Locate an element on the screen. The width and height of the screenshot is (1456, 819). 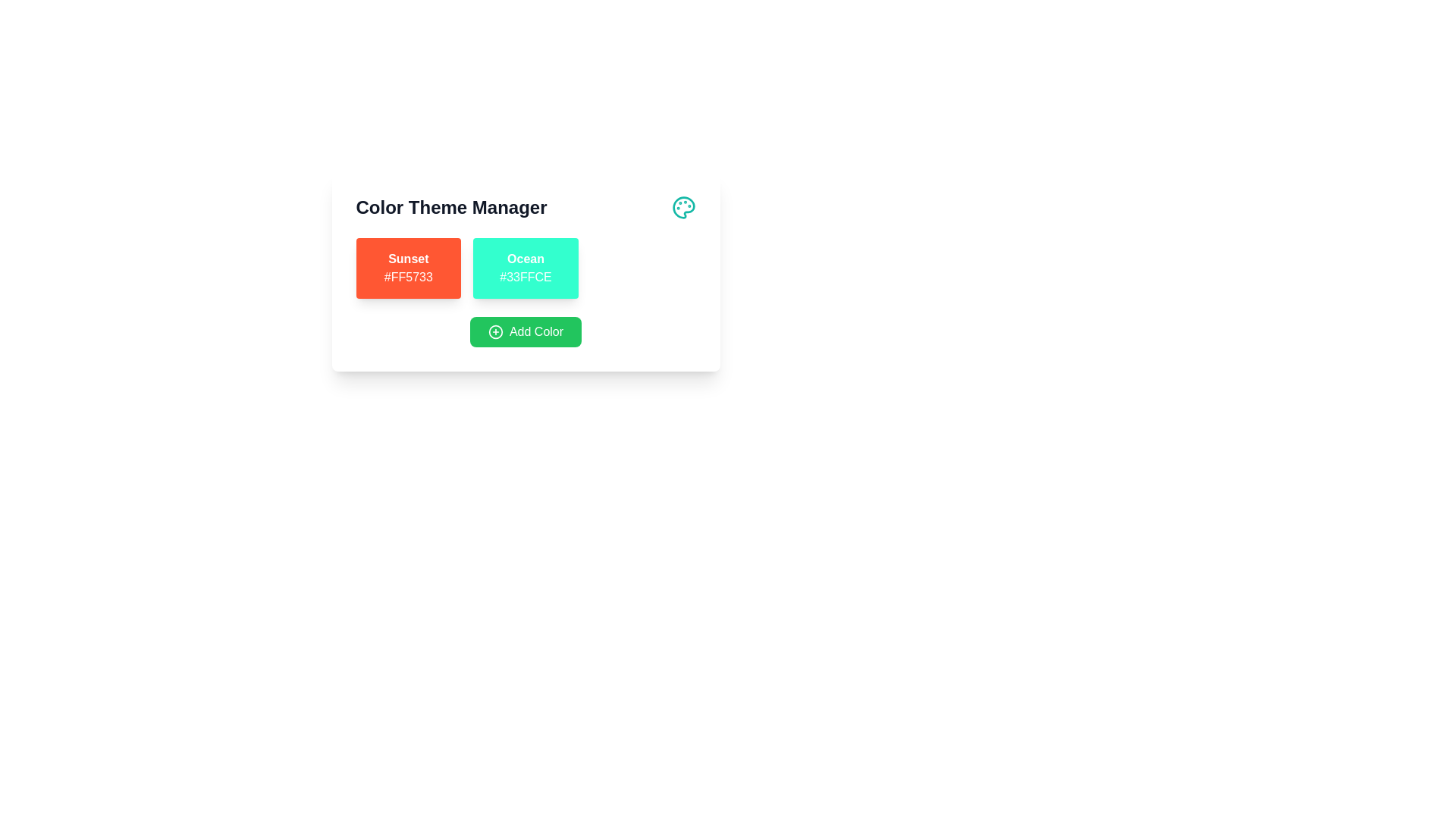
the button located below the colored blocks labeled 'Sunset' and 'Ocean' to initiate the color addition process in the 'Color Theme Manager' is located at coordinates (526, 331).